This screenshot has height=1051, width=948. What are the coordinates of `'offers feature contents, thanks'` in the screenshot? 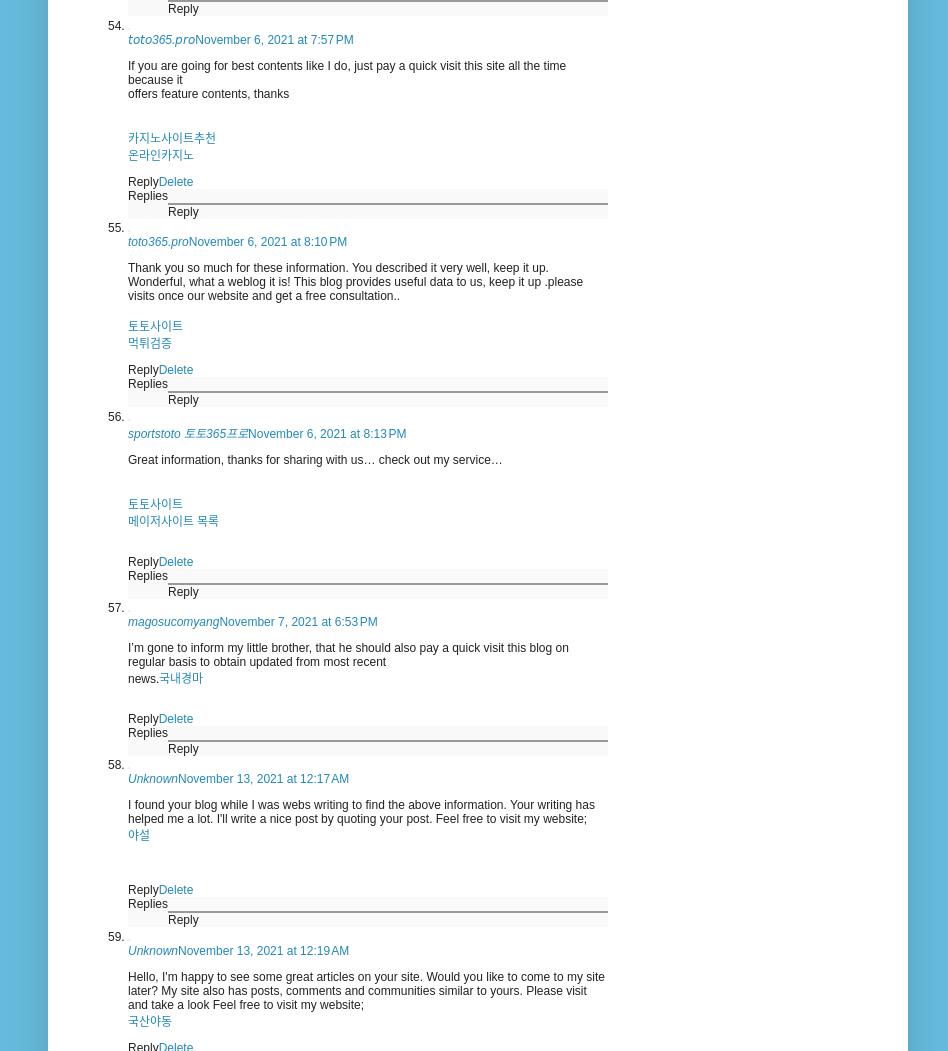 It's located at (207, 93).